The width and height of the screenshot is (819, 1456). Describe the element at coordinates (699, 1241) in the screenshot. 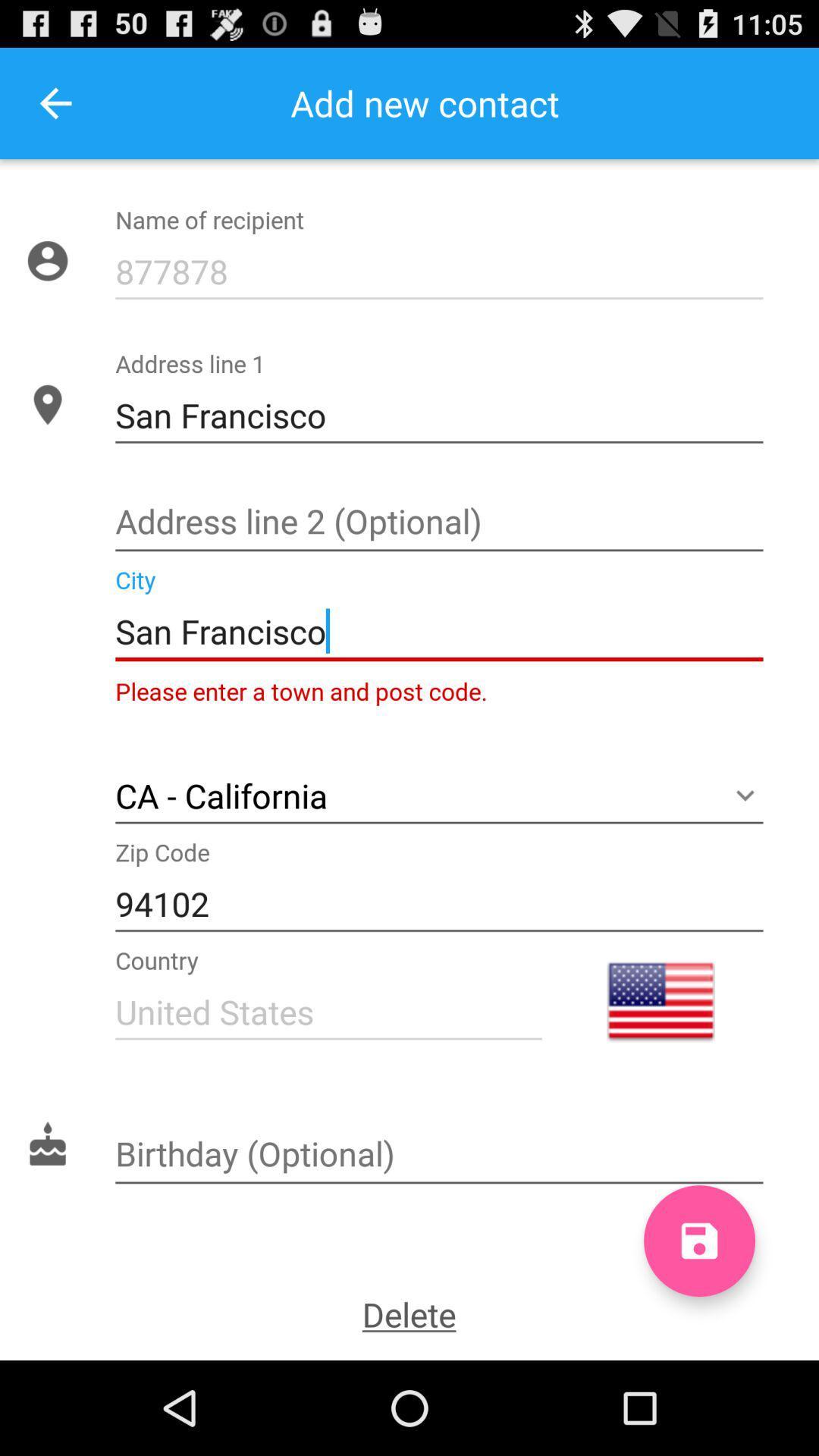

I see `to hard drive` at that location.